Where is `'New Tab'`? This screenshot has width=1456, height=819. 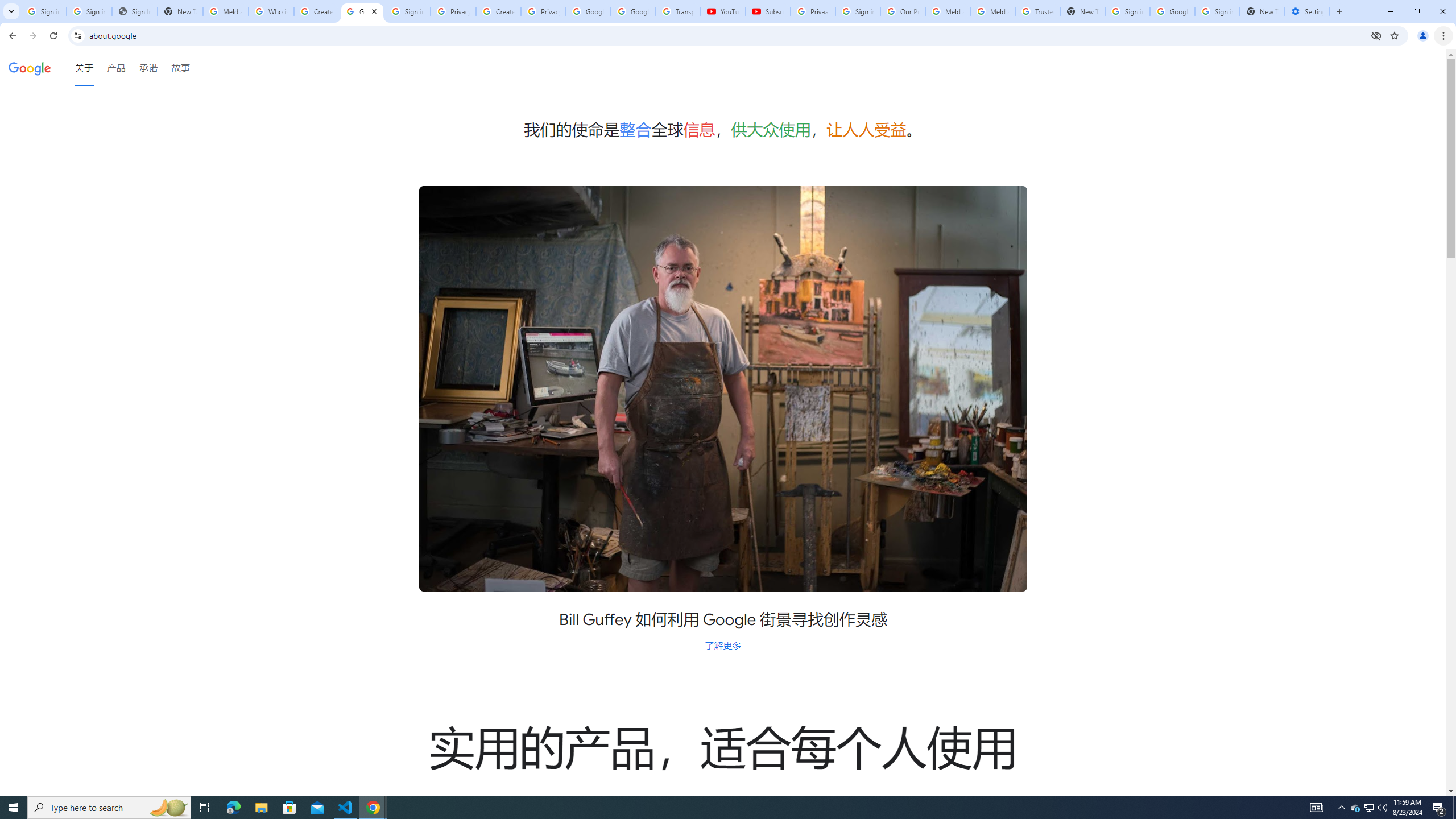 'New Tab' is located at coordinates (1261, 11).